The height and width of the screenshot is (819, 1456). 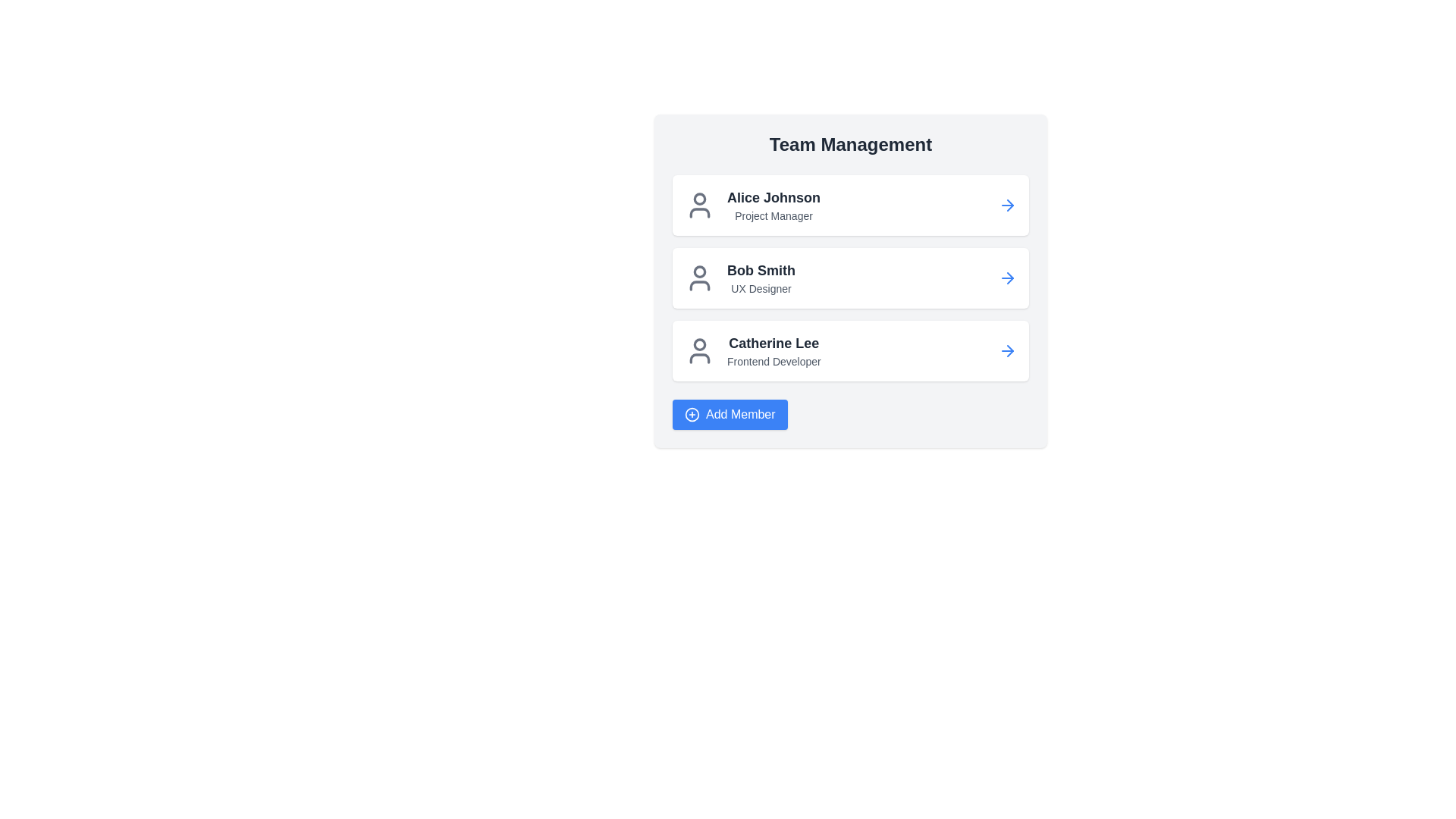 I want to click on text label containing the name 'Catherine Lee' and title 'Frontend Developer' which is located in the third row under 'Team Management', so click(x=773, y=350).